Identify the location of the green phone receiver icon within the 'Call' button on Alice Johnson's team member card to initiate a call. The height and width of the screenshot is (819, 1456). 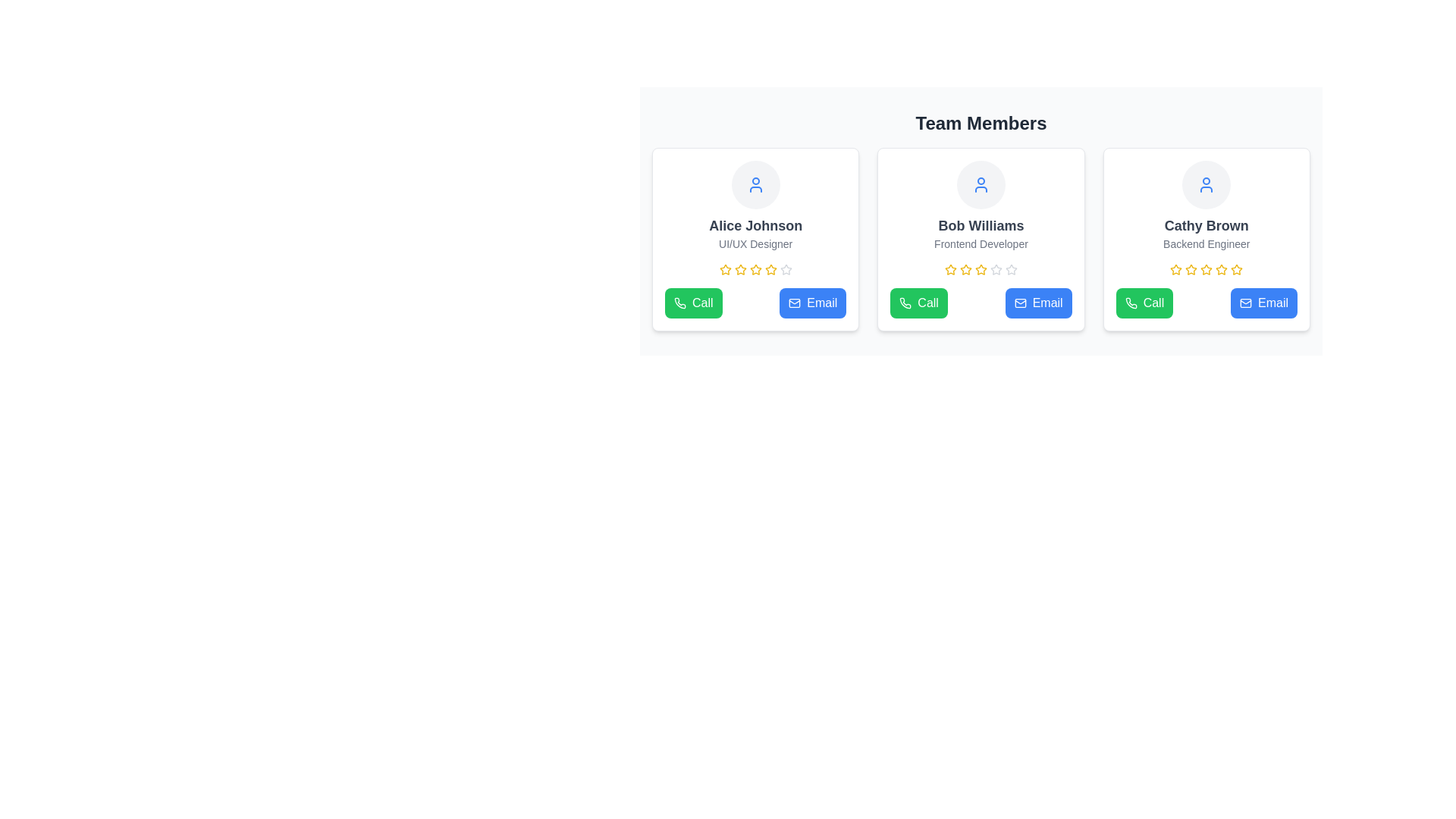
(679, 302).